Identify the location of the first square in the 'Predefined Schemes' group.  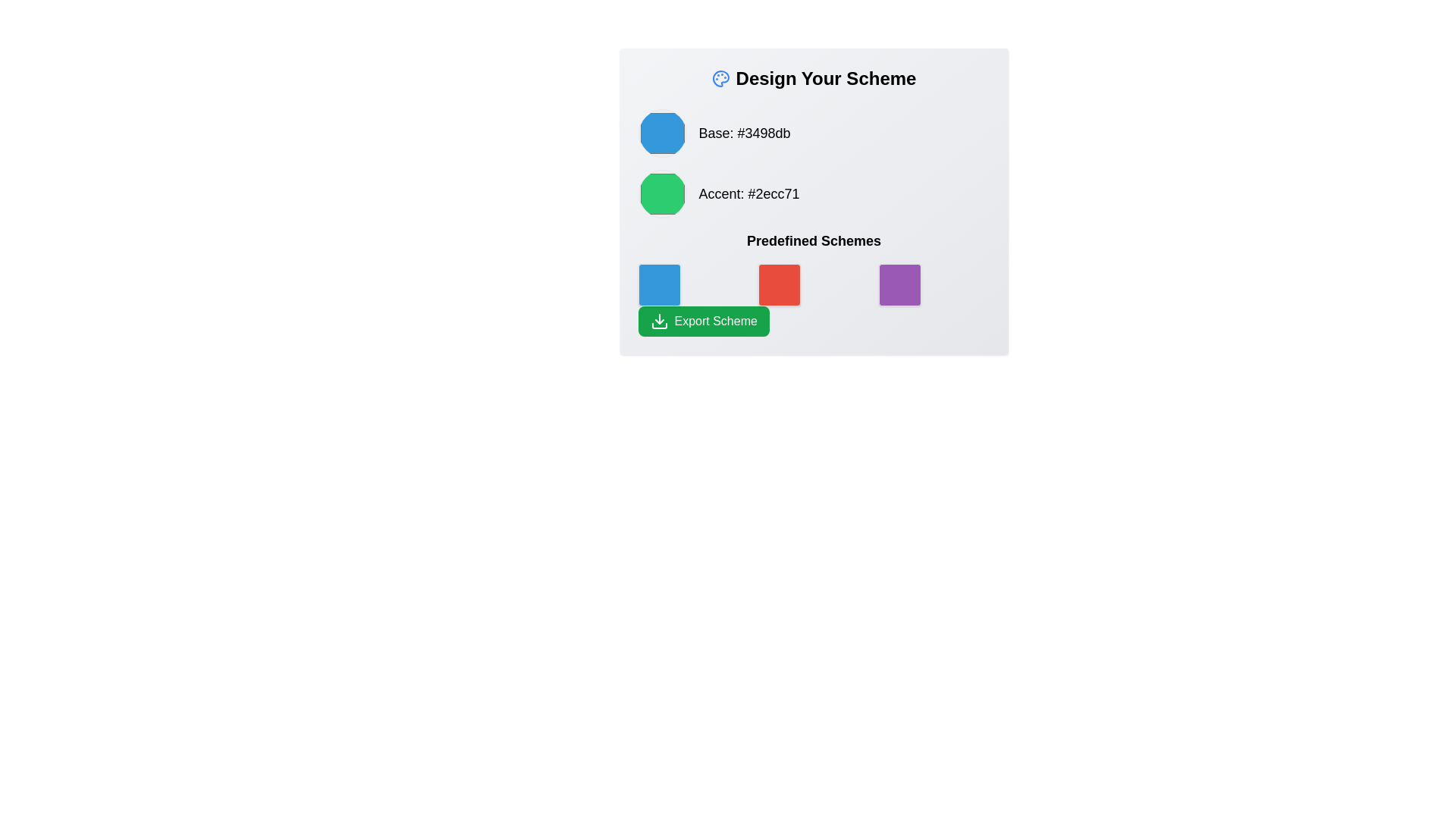
(659, 284).